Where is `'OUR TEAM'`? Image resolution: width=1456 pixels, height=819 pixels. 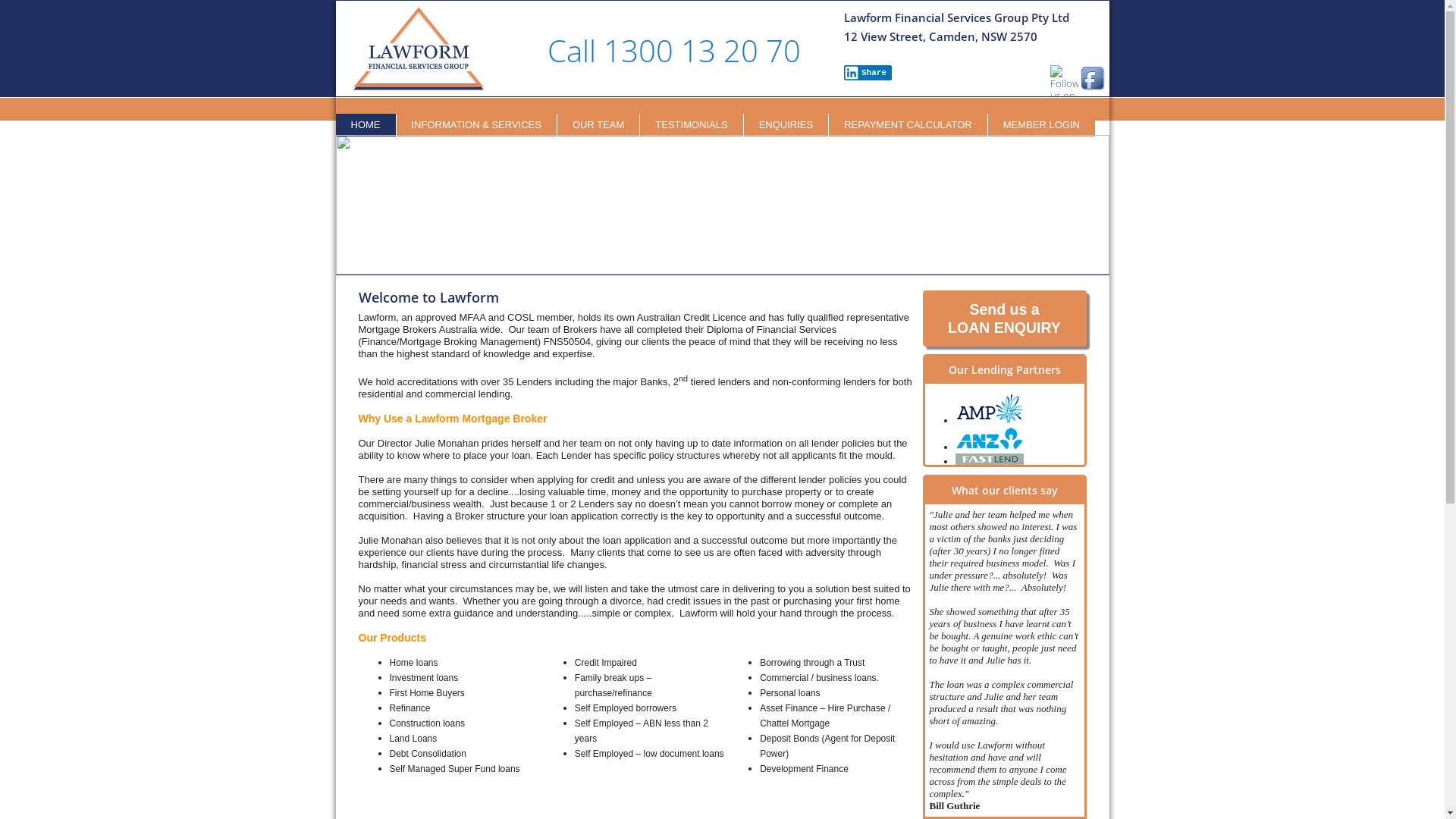
'OUR TEAM' is located at coordinates (597, 124).